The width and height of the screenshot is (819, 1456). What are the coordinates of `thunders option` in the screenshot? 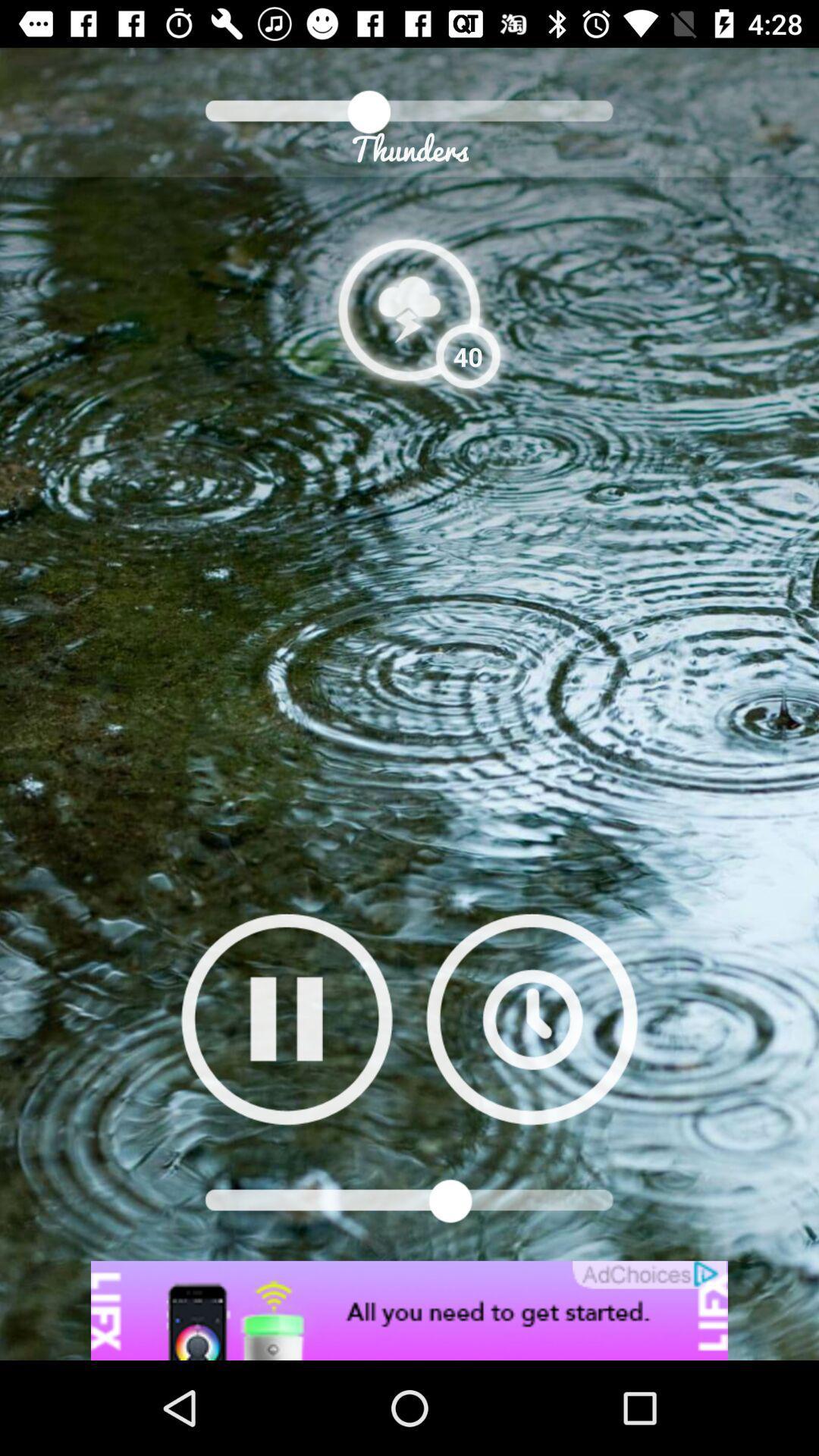 It's located at (408, 309).